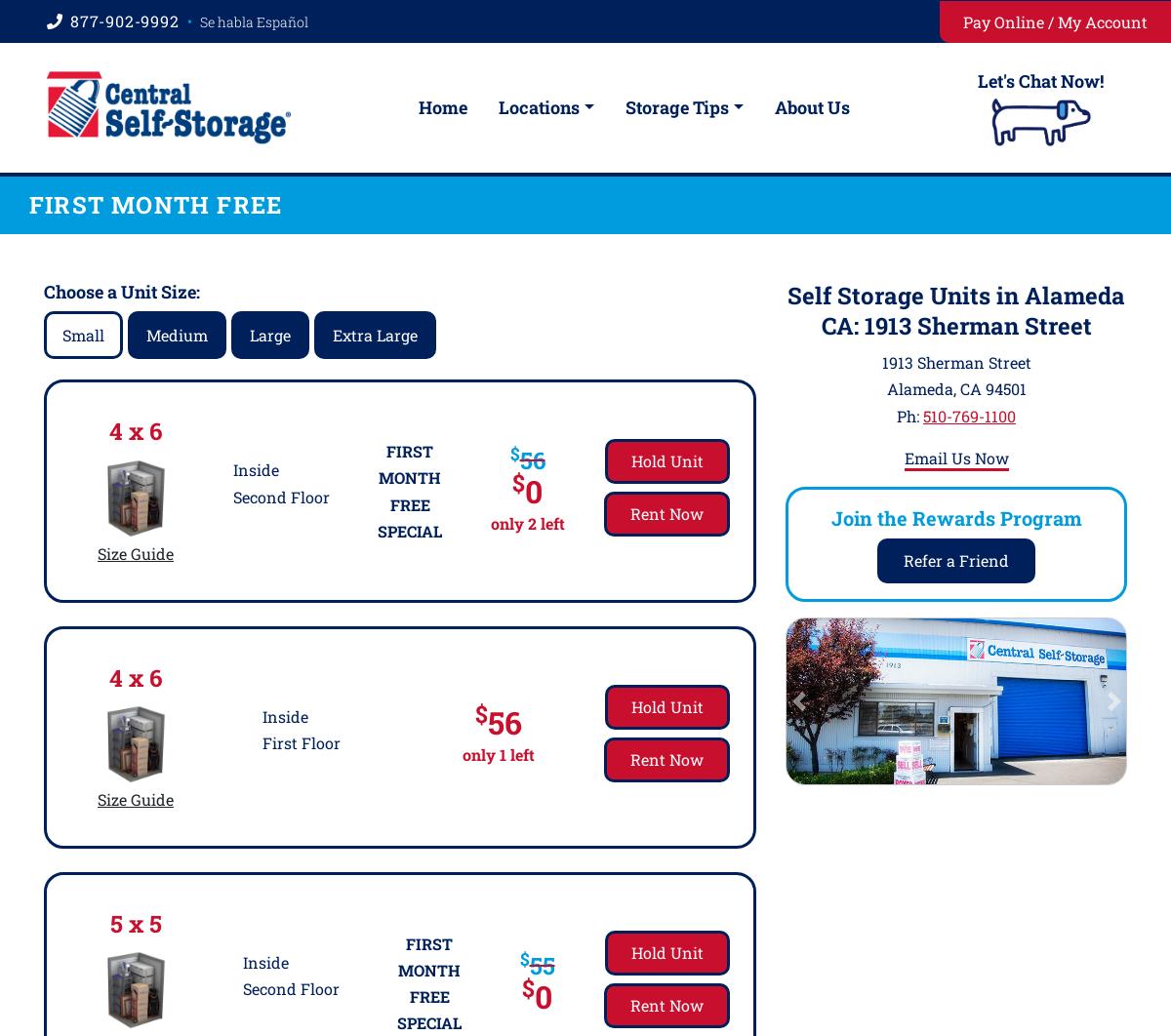 This screenshot has height=1036, width=1171. What do you see at coordinates (676, 105) in the screenshot?
I see `'Storage Tips'` at bounding box center [676, 105].